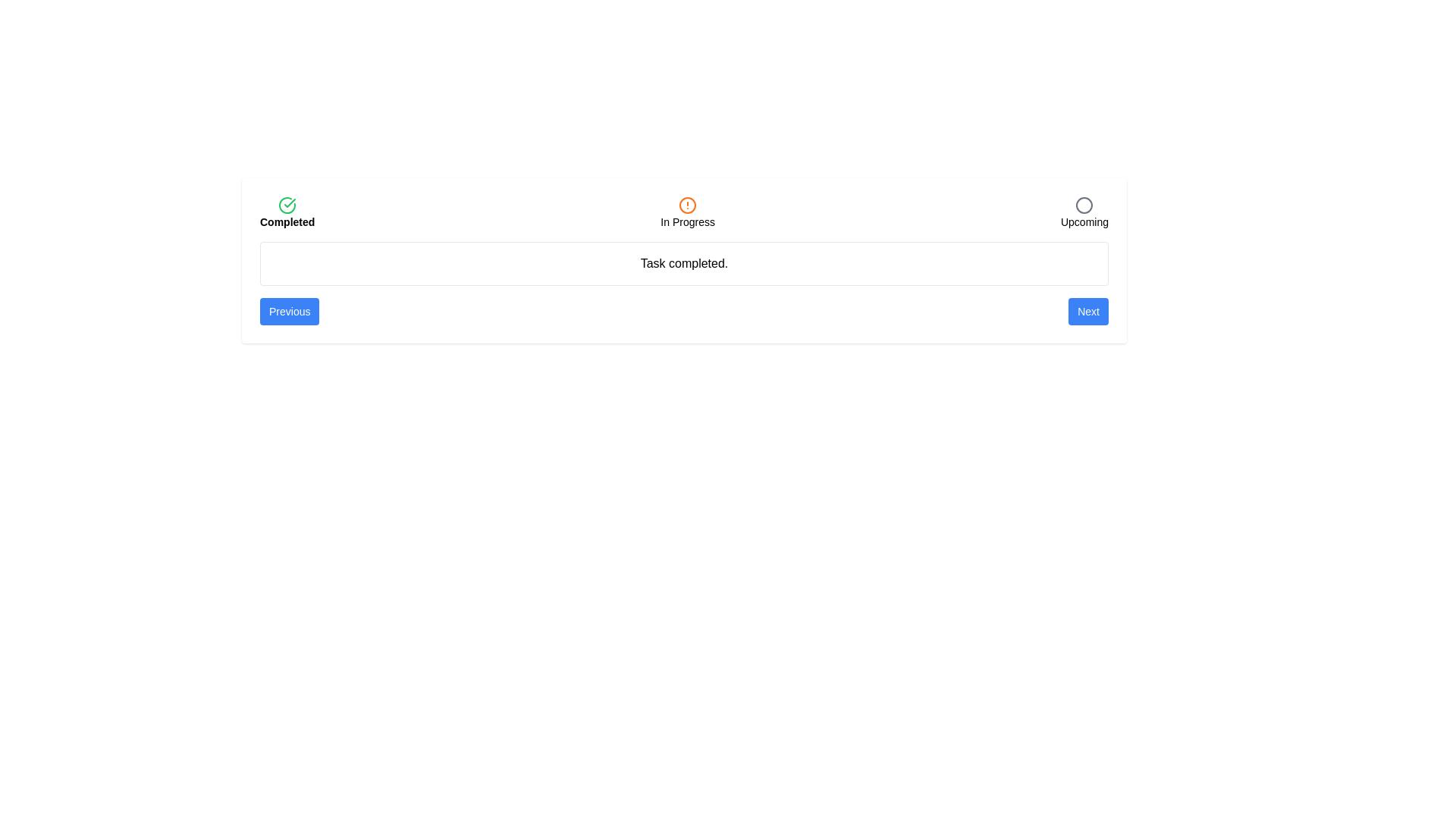  What do you see at coordinates (687, 205) in the screenshot?
I see `the circular status element located in the center of the 'In Progress' indicator area for status indication` at bounding box center [687, 205].